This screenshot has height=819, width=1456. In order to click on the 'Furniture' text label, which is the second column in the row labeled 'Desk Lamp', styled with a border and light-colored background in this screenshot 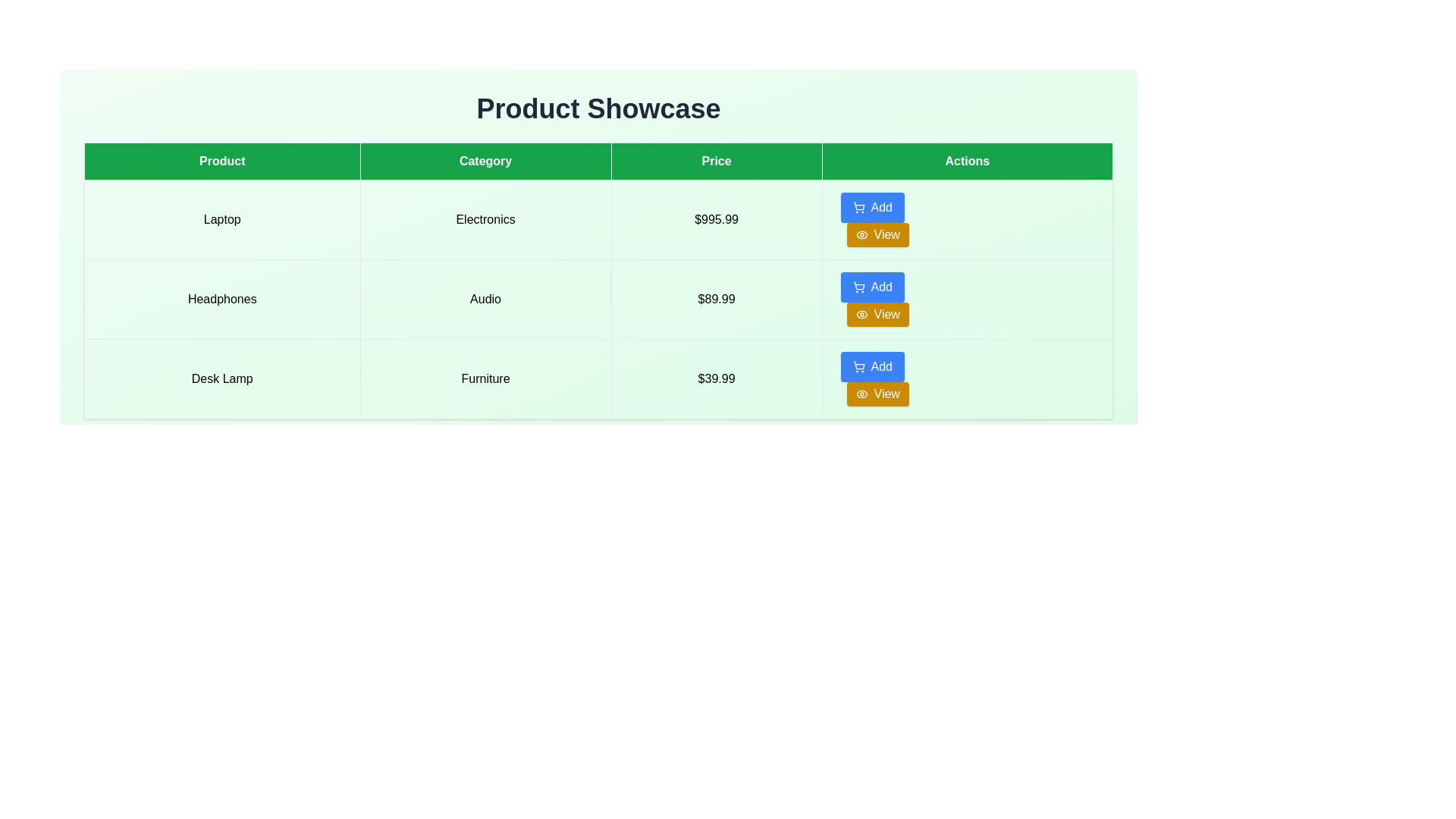, I will do `click(485, 378)`.